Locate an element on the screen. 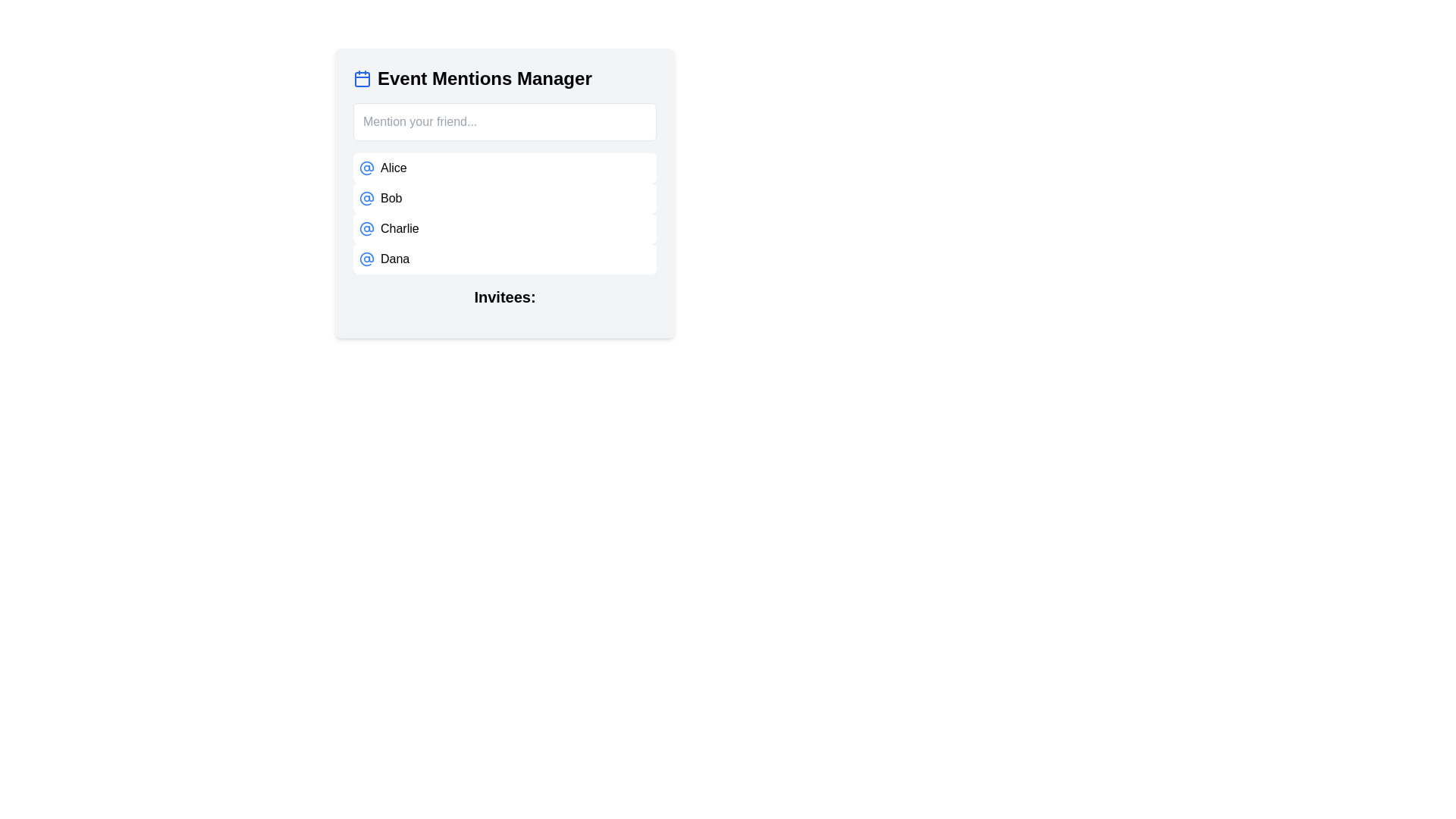  the blue rounded '@' icon located next to the label 'Bob' in the main area of the interface is located at coordinates (367, 168).